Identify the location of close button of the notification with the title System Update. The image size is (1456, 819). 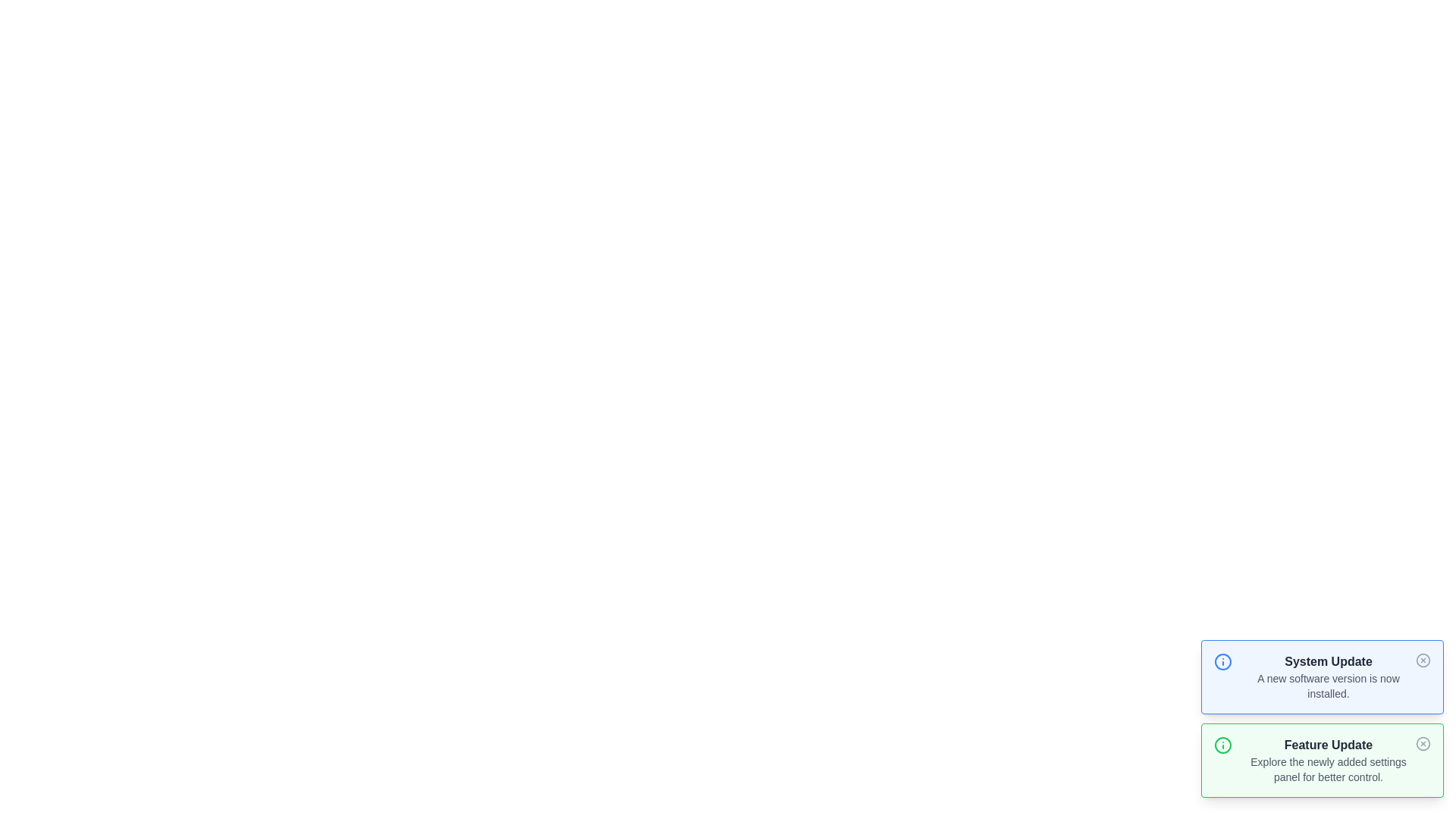
(1422, 660).